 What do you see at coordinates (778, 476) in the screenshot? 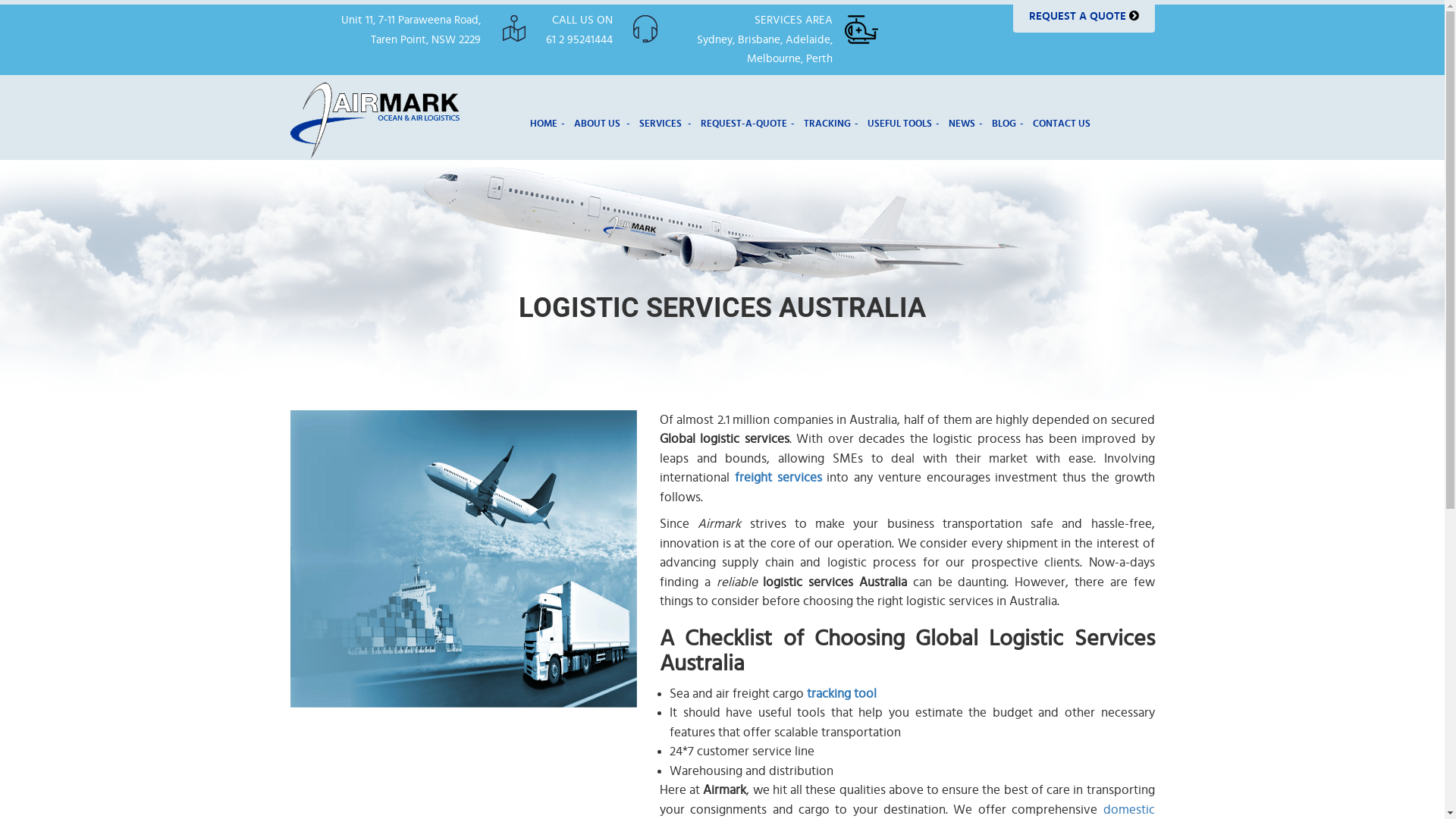
I see `'freight services'` at bounding box center [778, 476].